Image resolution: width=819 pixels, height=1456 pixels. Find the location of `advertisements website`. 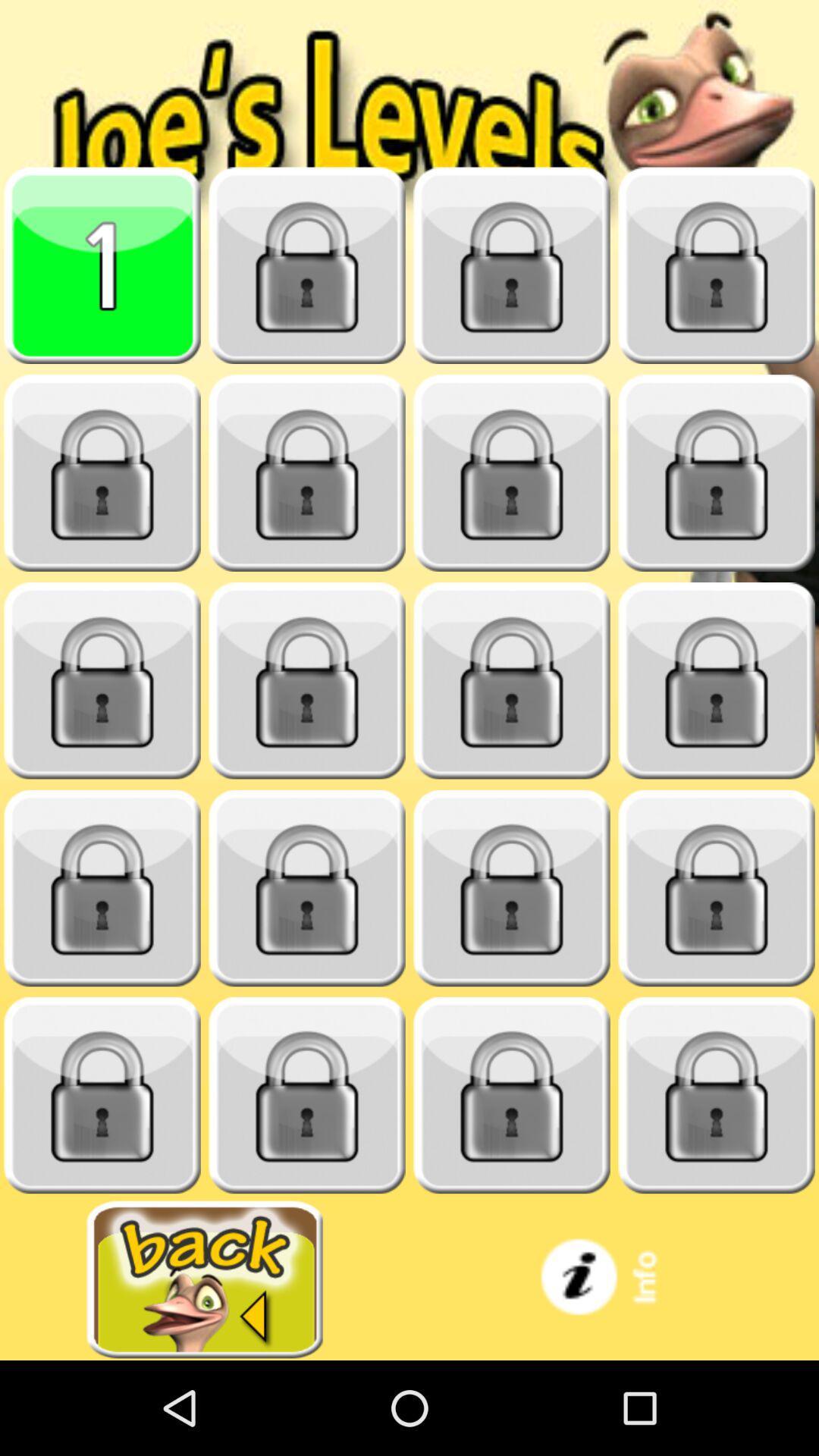

advertisements website is located at coordinates (205, 1279).